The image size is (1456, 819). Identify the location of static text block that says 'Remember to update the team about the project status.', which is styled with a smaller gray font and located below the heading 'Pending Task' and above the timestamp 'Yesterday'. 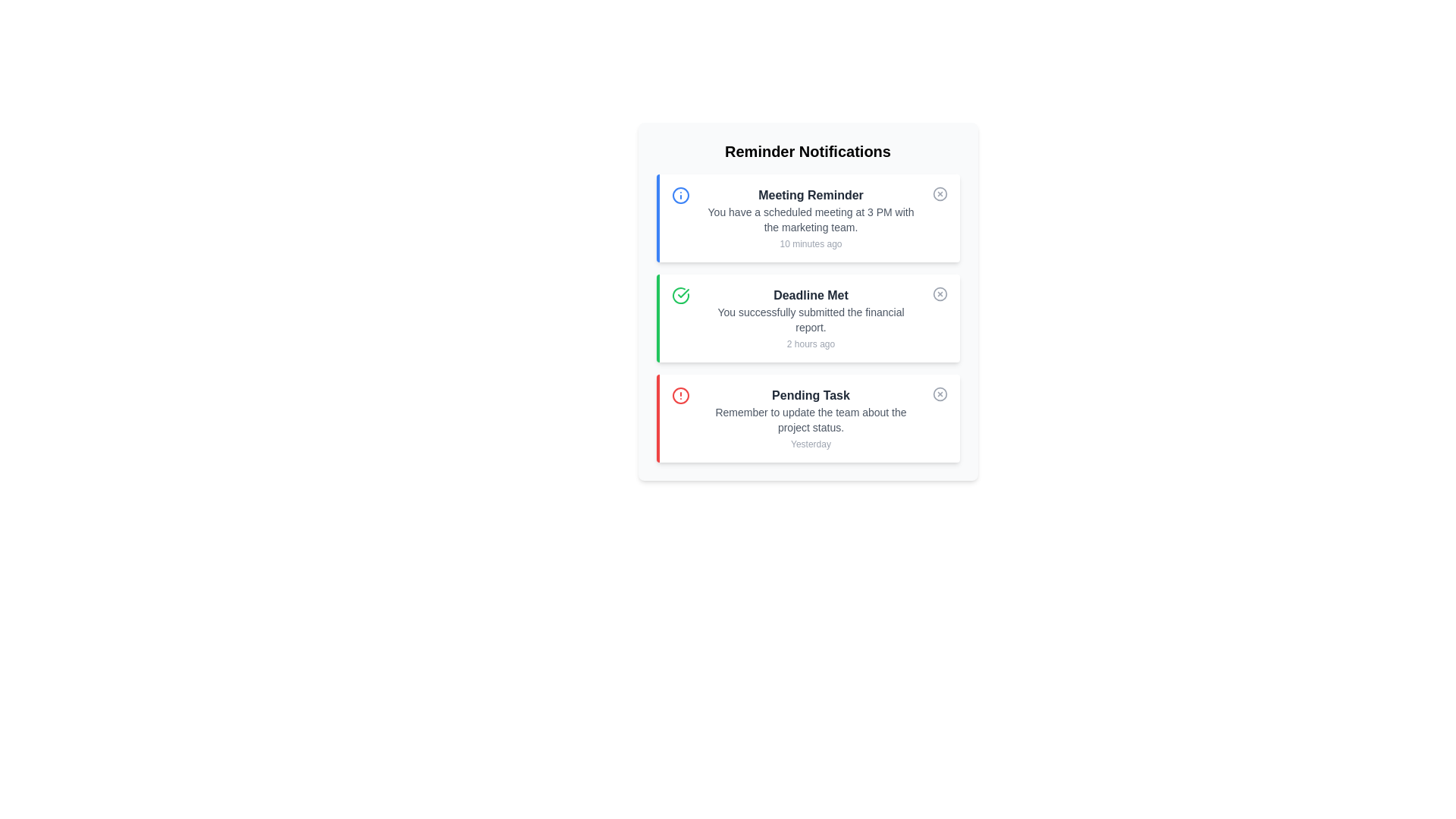
(810, 420).